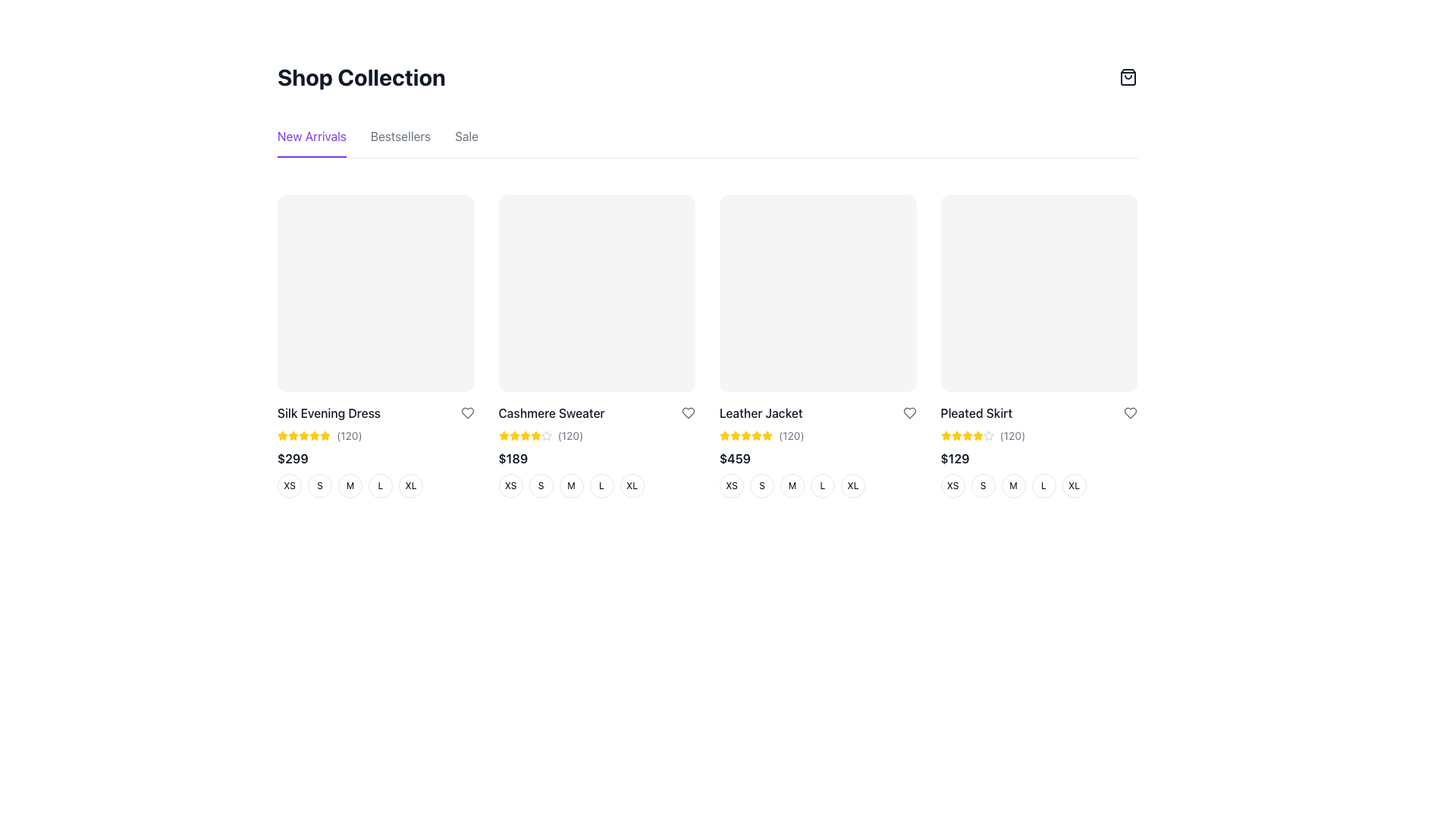 This screenshot has width=1456, height=819. What do you see at coordinates (945, 435) in the screenshot?
I see `the third star in the star rating icon for the 'Pleated Skirt' item to indicate a rating` at bounding box center [945, 435].